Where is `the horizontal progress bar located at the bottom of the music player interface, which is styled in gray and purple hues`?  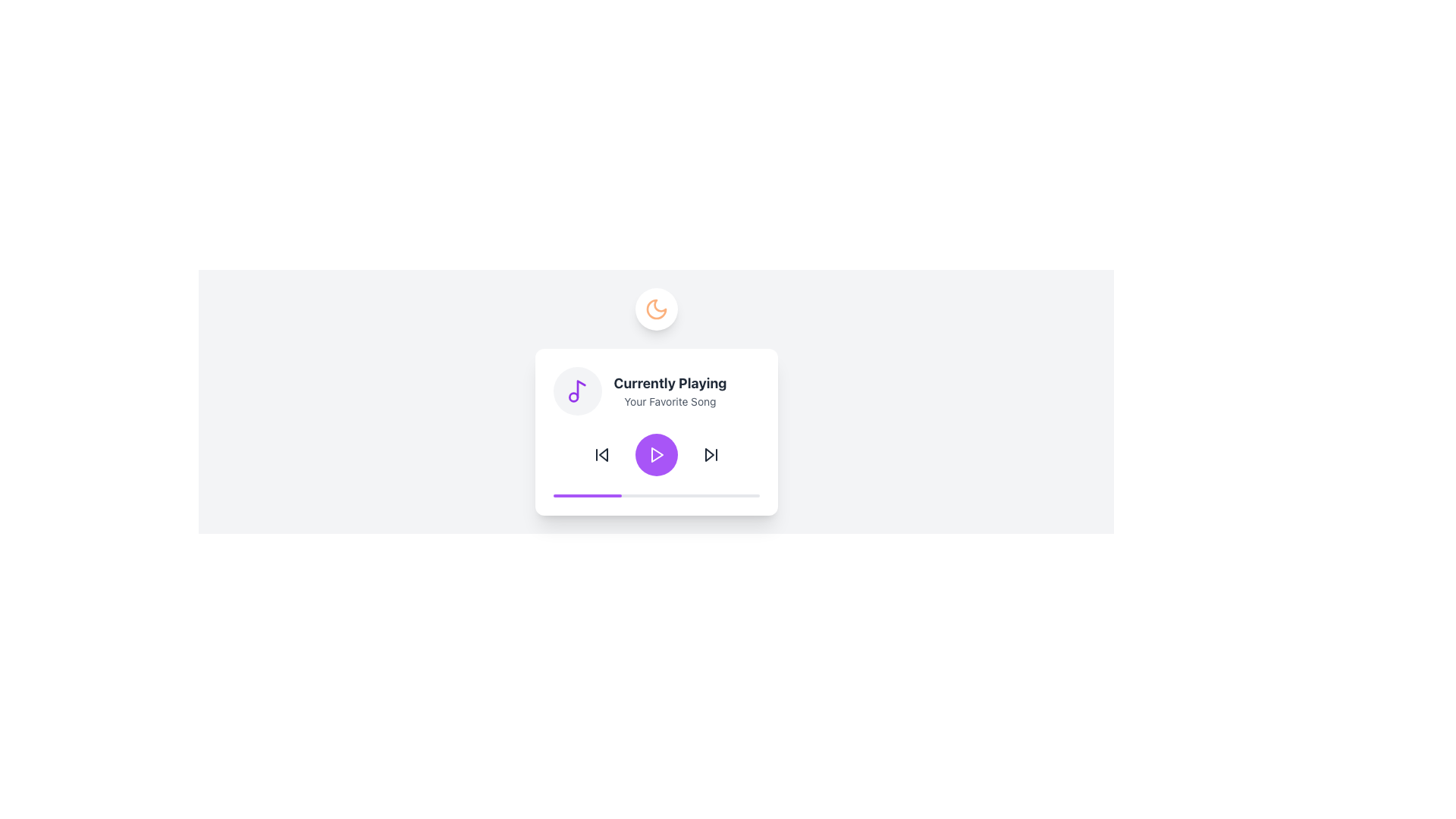
the horizontal progress bar located at the bottom of the music player interface, which is styled in gray and purple hues is located at coordinates (656, 496).